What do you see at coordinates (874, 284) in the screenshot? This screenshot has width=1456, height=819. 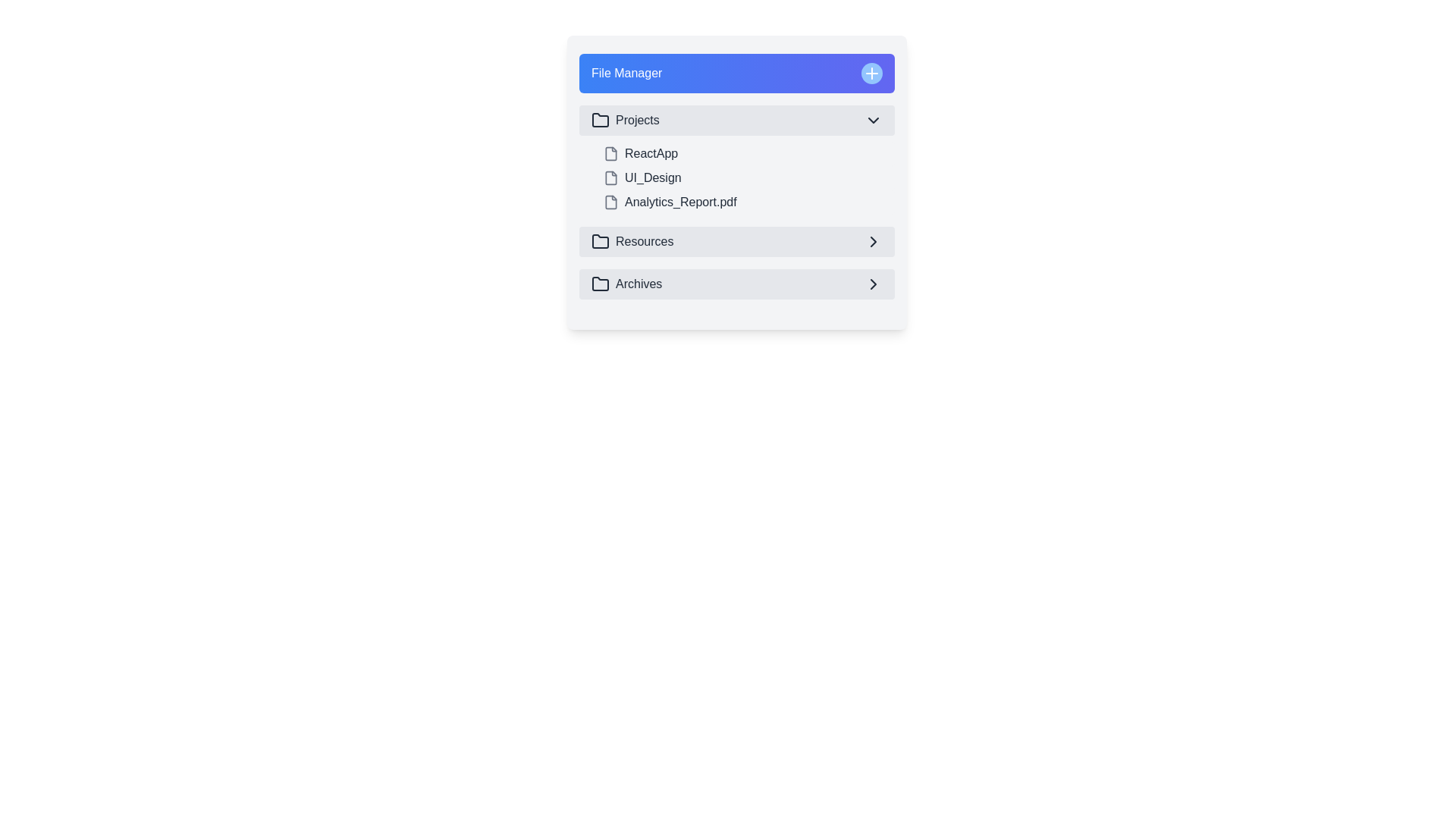 I see `the arrow icon located to the far right of the 'Archives' entry` at bounding box center [874, 284].